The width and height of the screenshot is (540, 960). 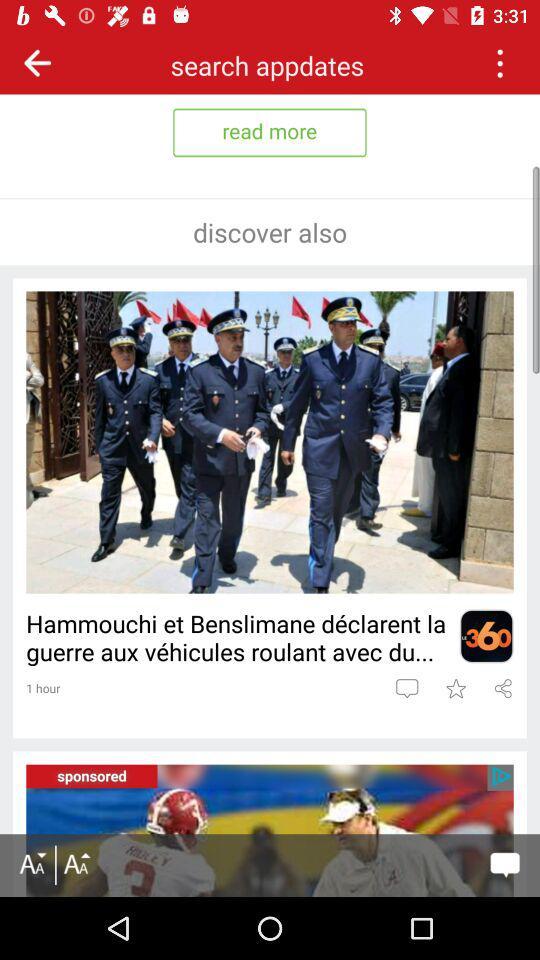 What do you see at coordinates (455, 688) in the screenshot?
I see `the star icon` at bounding box center [455, 688].